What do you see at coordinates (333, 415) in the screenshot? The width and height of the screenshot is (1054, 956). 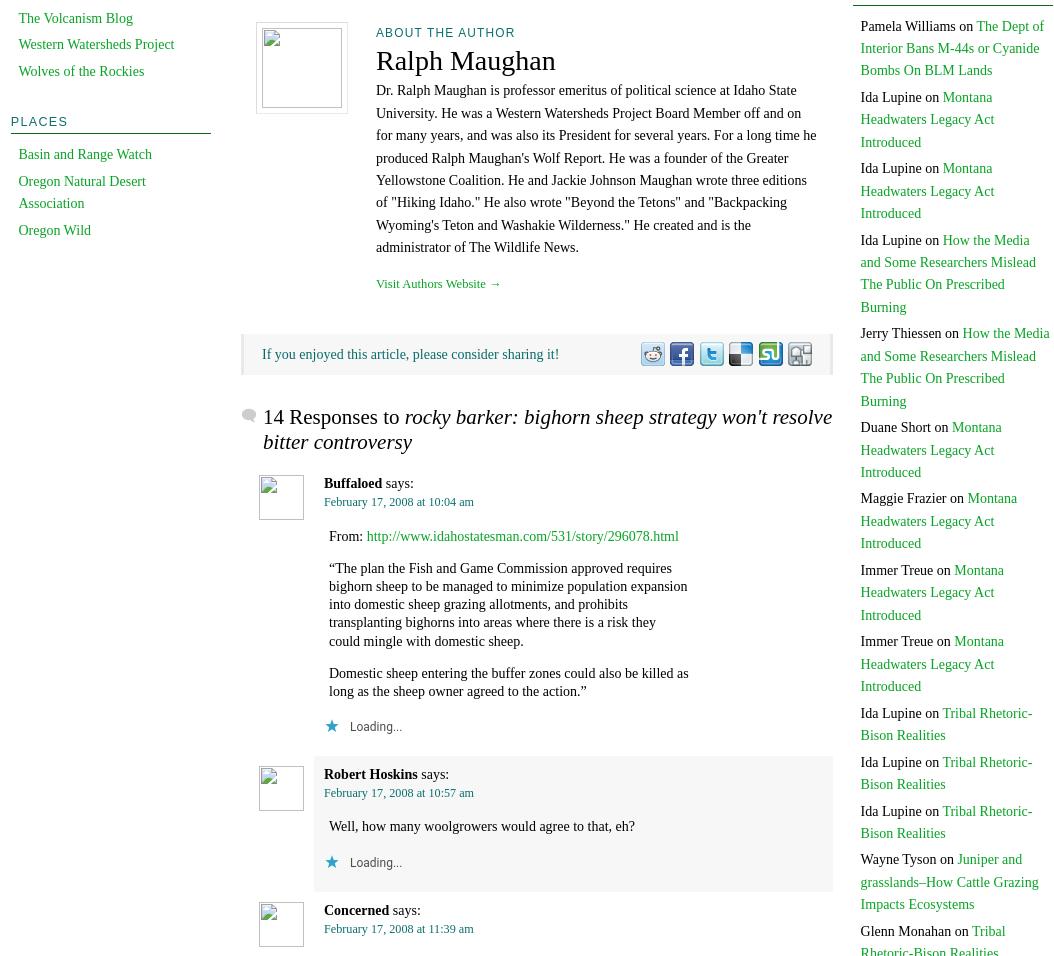 I see `'14 Responses to'` at bounding box center [333, 415].